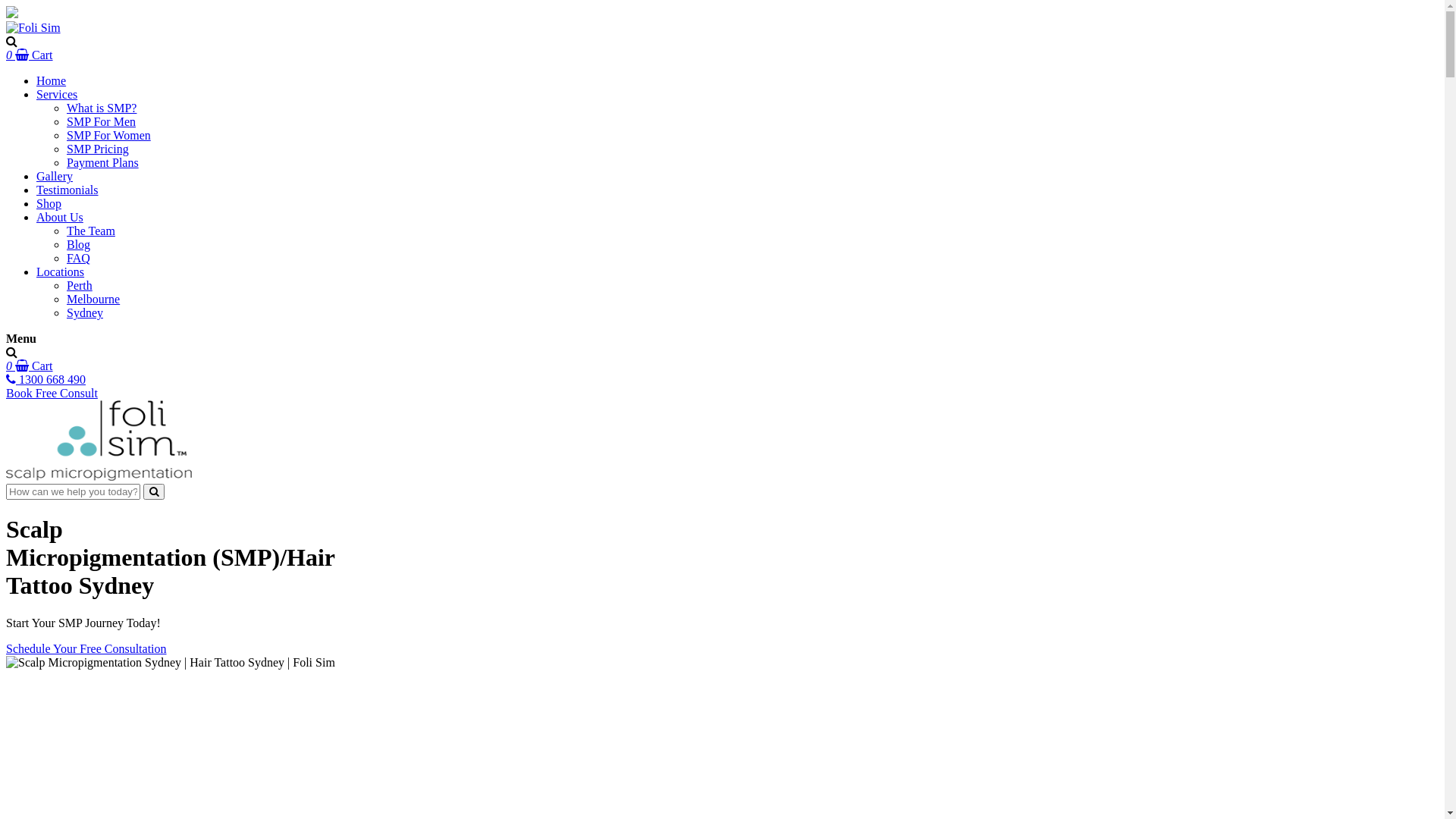  Describe the element at coordinates (65, 134) in the screenshot. I see `'SMP For Women'` at that location.